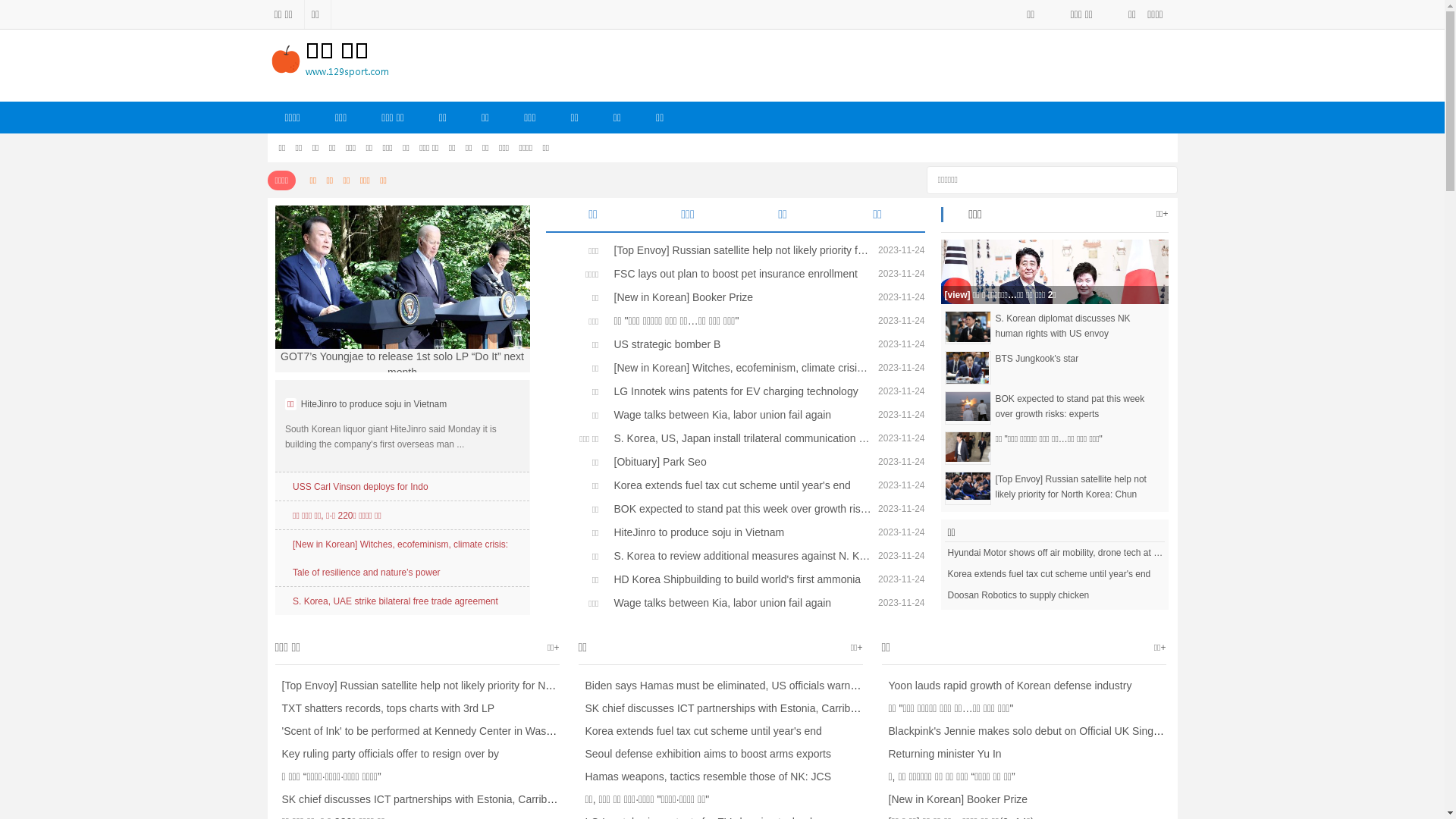 Image resolution: width=1456 pixels, height=819 pixels. What do you see at coordinates (1075, 359) in the screenshot?
I see `'BTS Jungkook's star'` at bounding box center [1075, 359].